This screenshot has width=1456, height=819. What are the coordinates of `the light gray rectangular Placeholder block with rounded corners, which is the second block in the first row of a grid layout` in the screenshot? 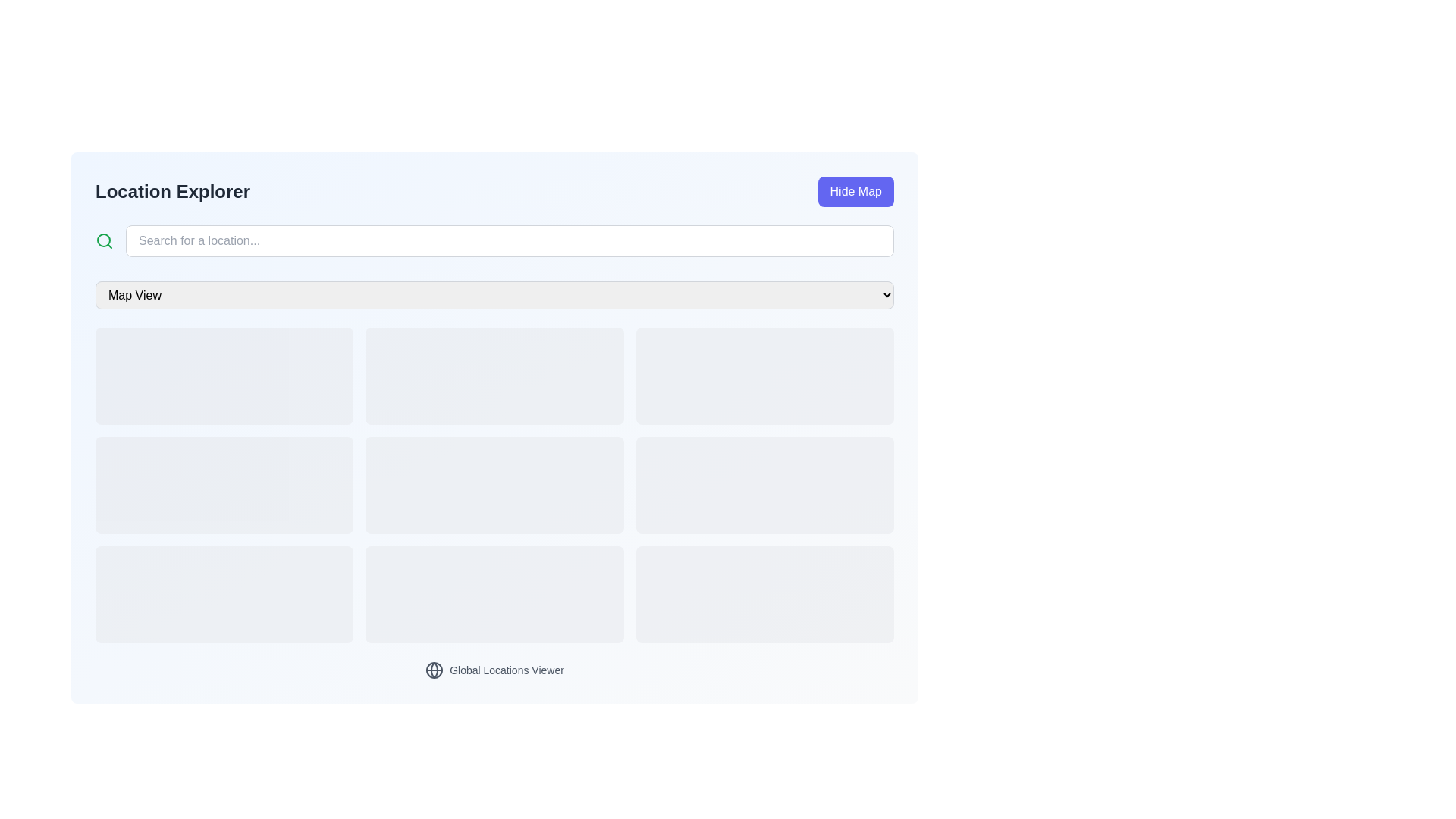 It's located at (494, 375).